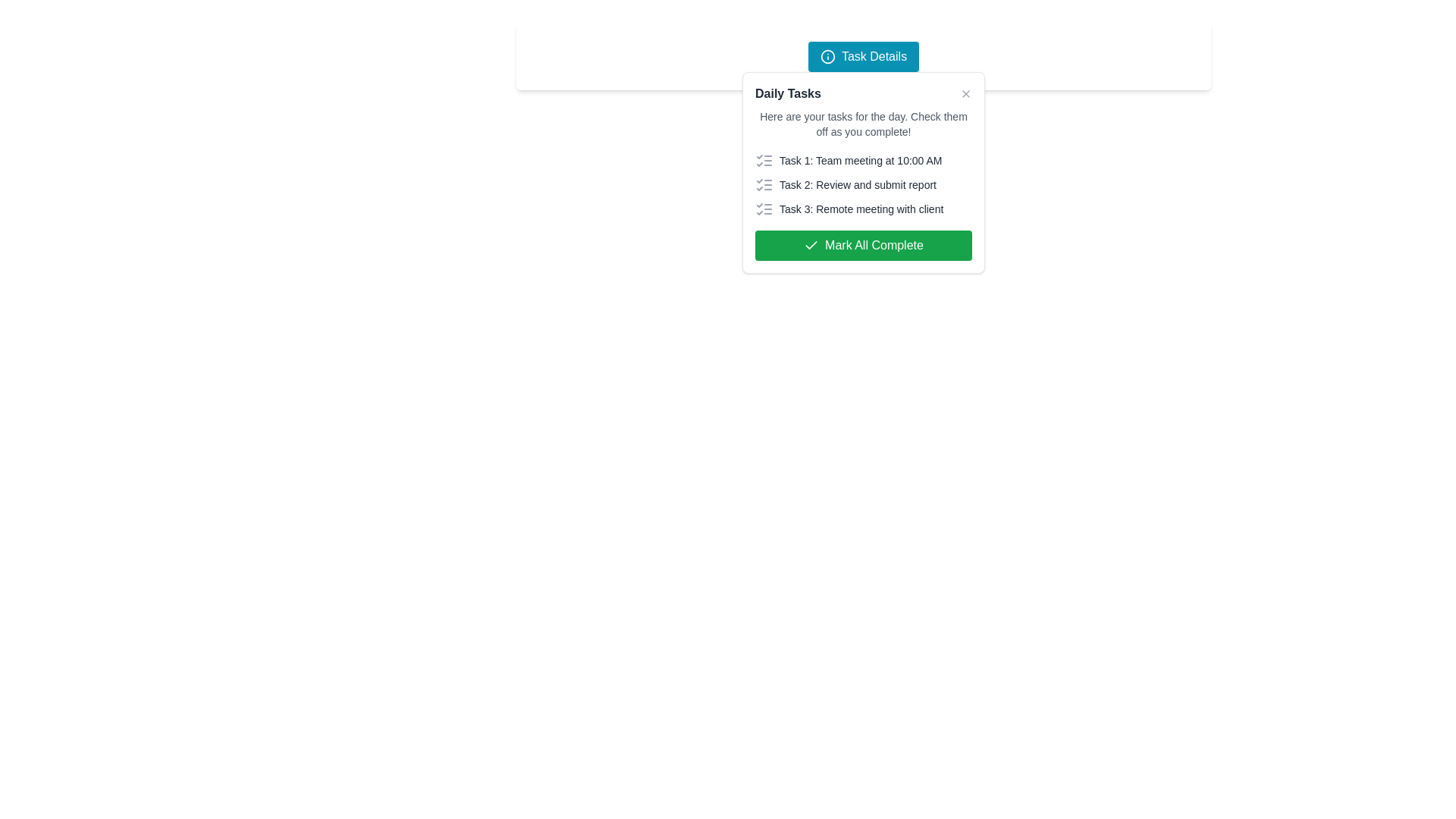  I want to click on the checkmark icon within the SVG element that signifies a completed action or confirmation, located in the task list interface, so click(811, 244).